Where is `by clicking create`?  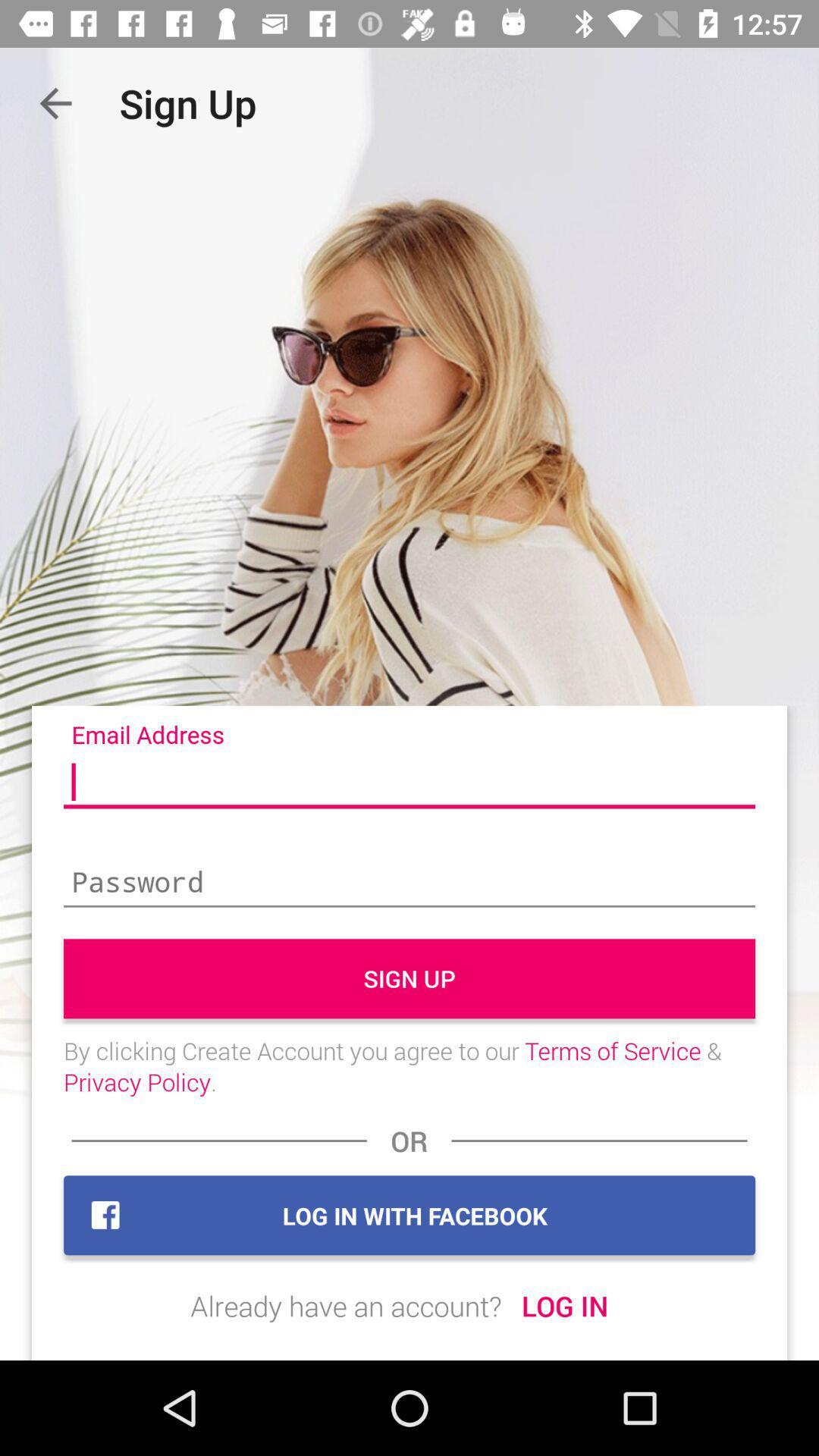 by clicking create is located at coordinates (409, 1065).